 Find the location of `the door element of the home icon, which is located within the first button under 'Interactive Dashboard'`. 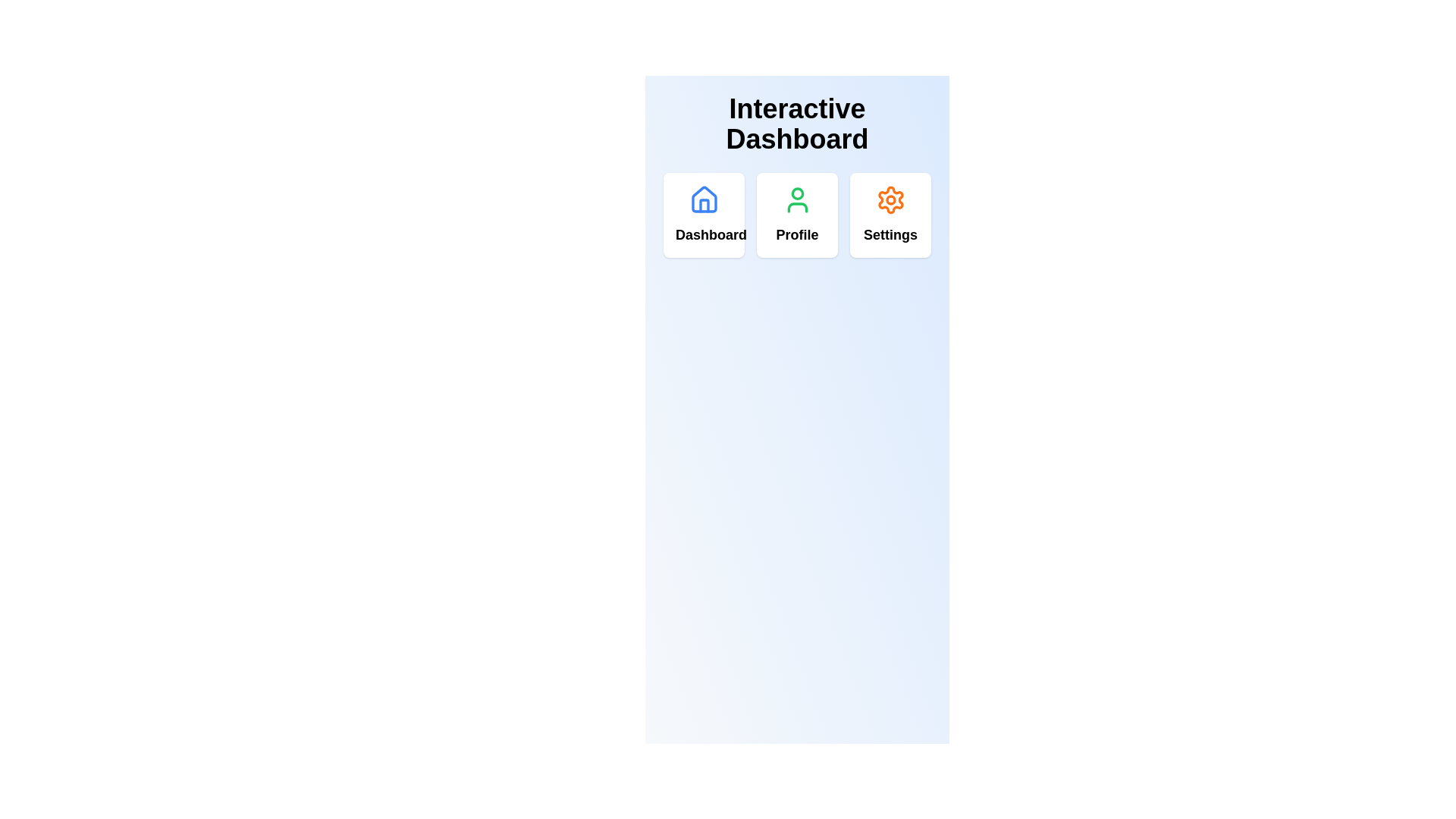

the door element of the home icon, which is located within the first button under 'Interactive Dashboard' is located at coordinates (703, 206).